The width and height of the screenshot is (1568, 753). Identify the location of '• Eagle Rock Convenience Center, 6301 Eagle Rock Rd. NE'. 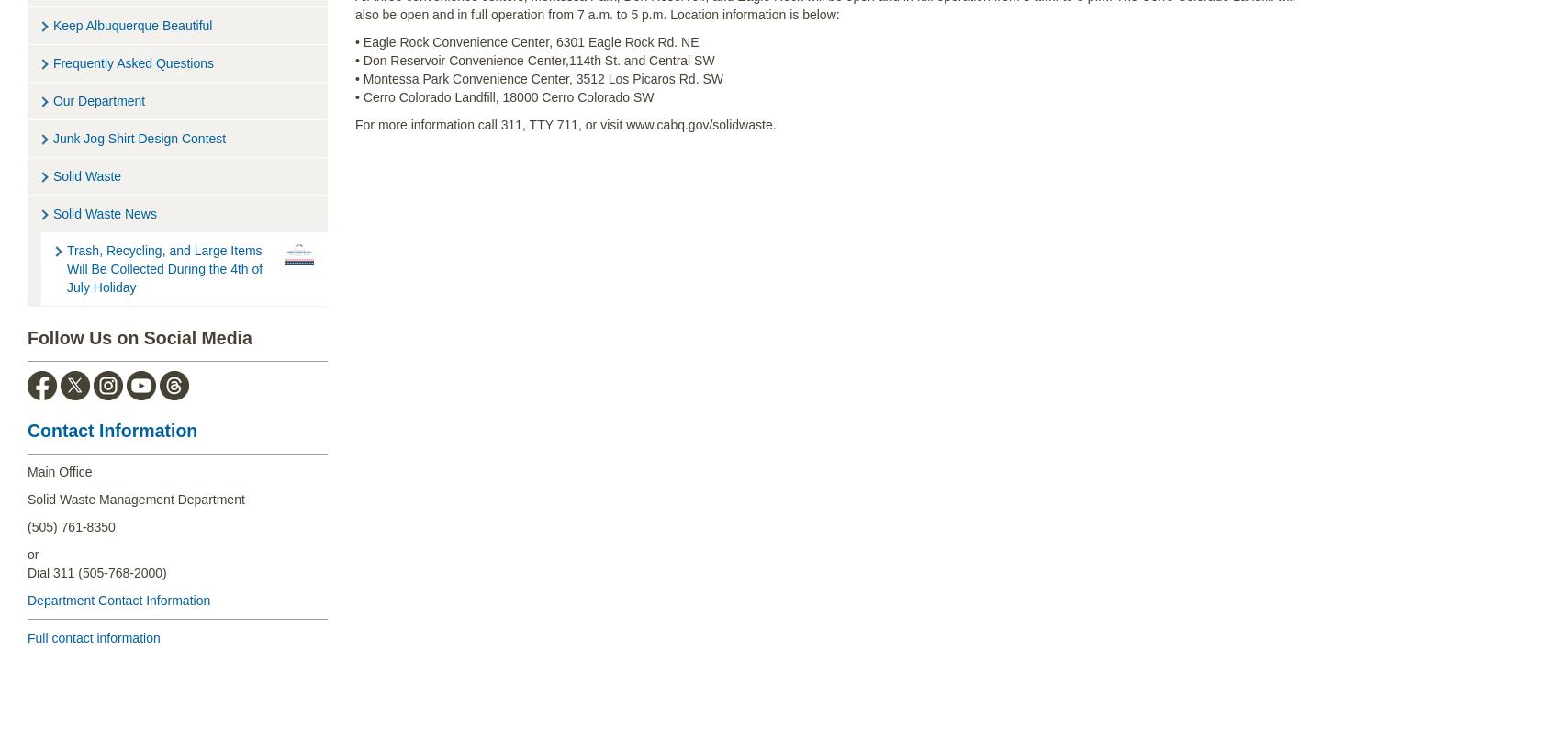
(527, 40).